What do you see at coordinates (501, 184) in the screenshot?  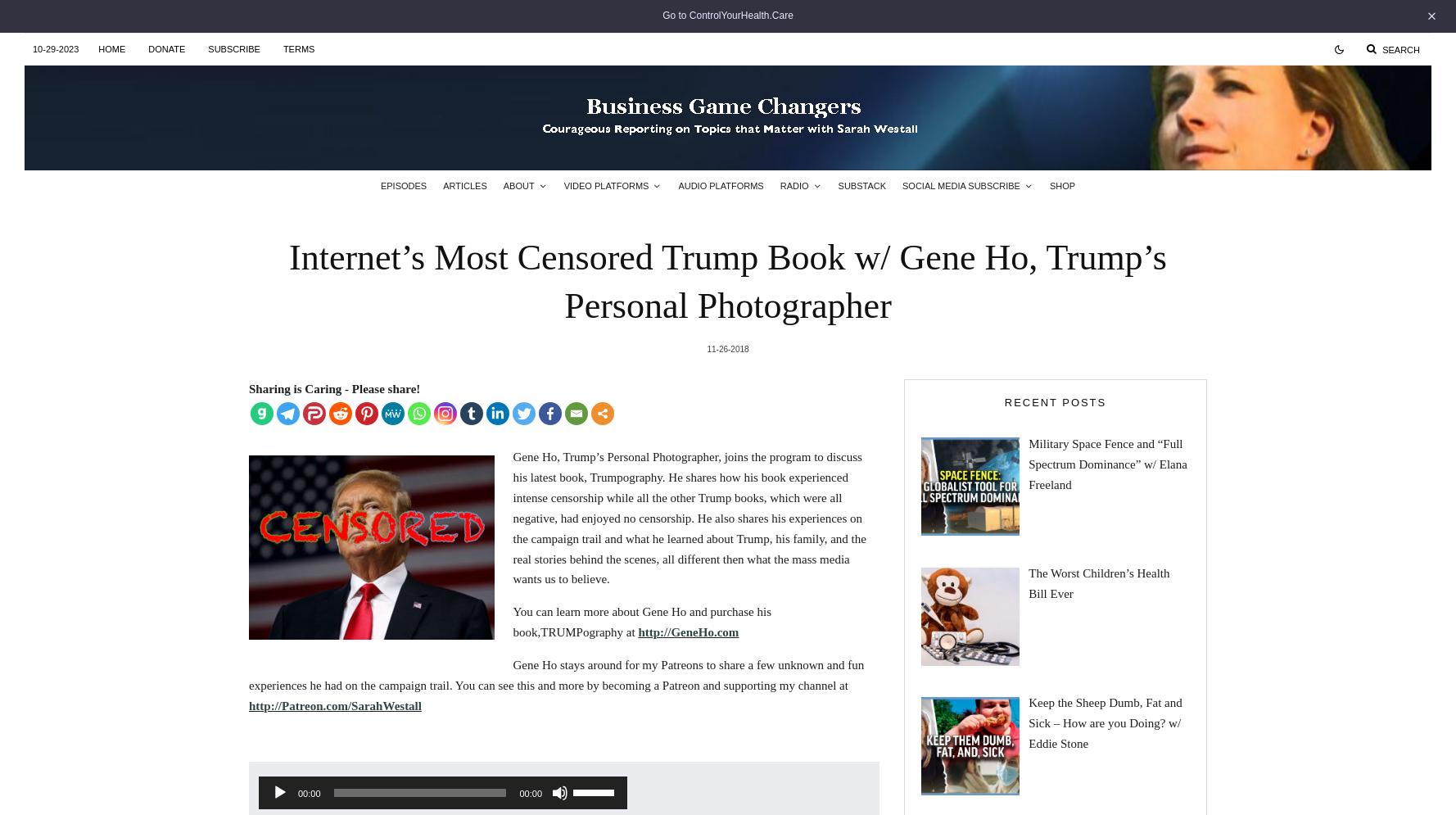 I see `'About'` at bounding box center [501, 184].